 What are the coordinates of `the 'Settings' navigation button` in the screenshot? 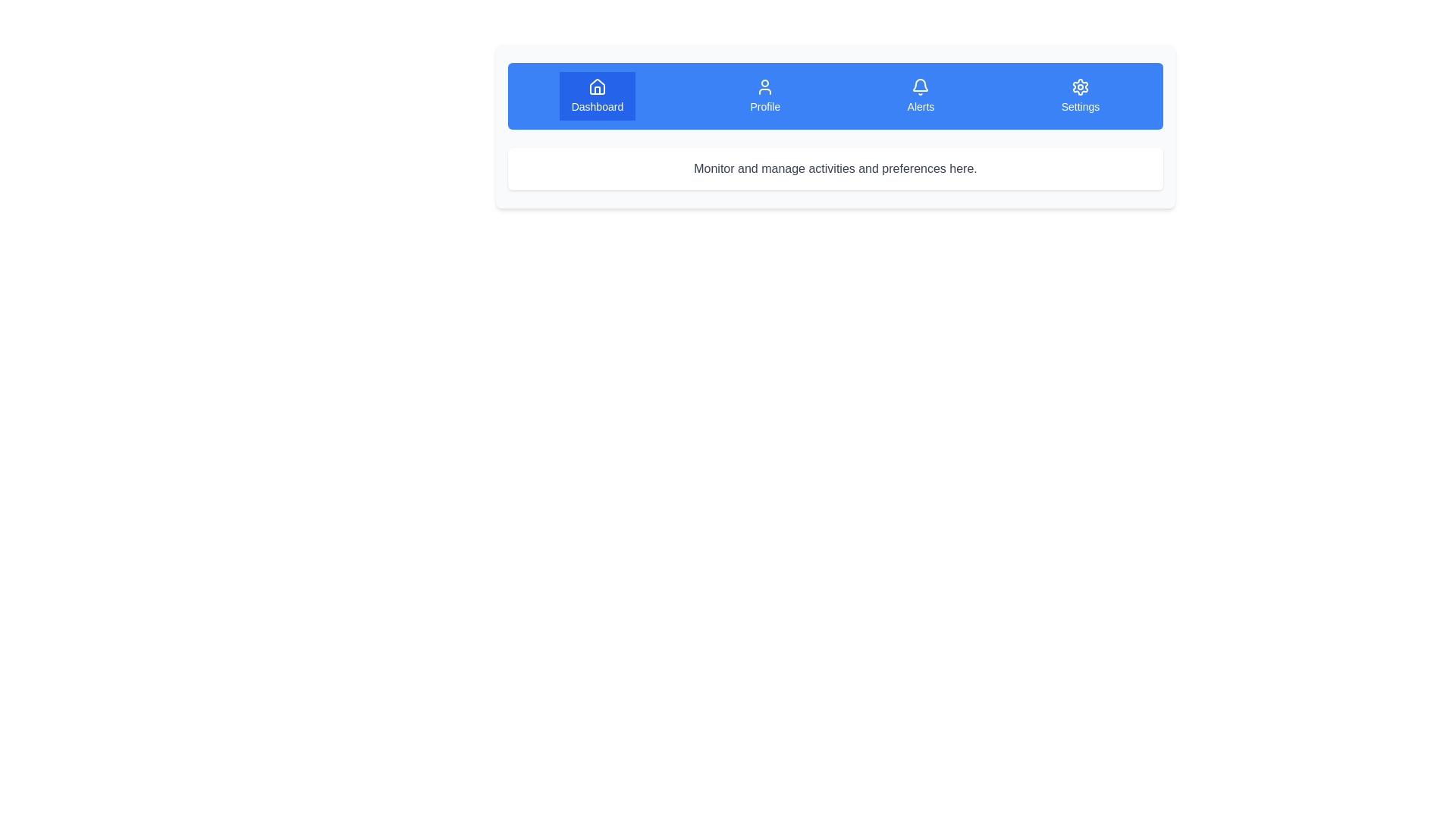 It's located at (1080, 96).